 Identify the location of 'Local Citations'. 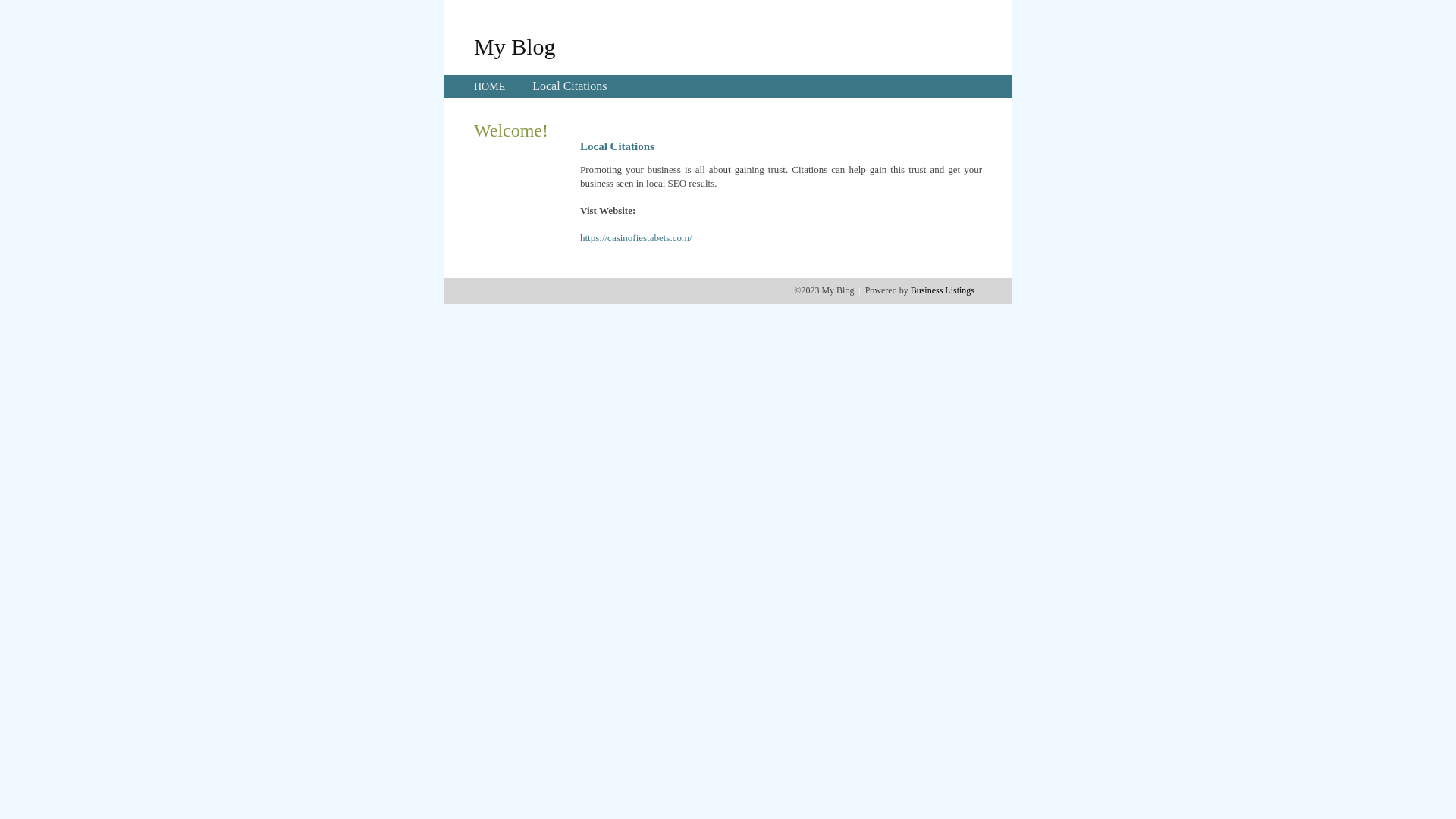
(568, 86).